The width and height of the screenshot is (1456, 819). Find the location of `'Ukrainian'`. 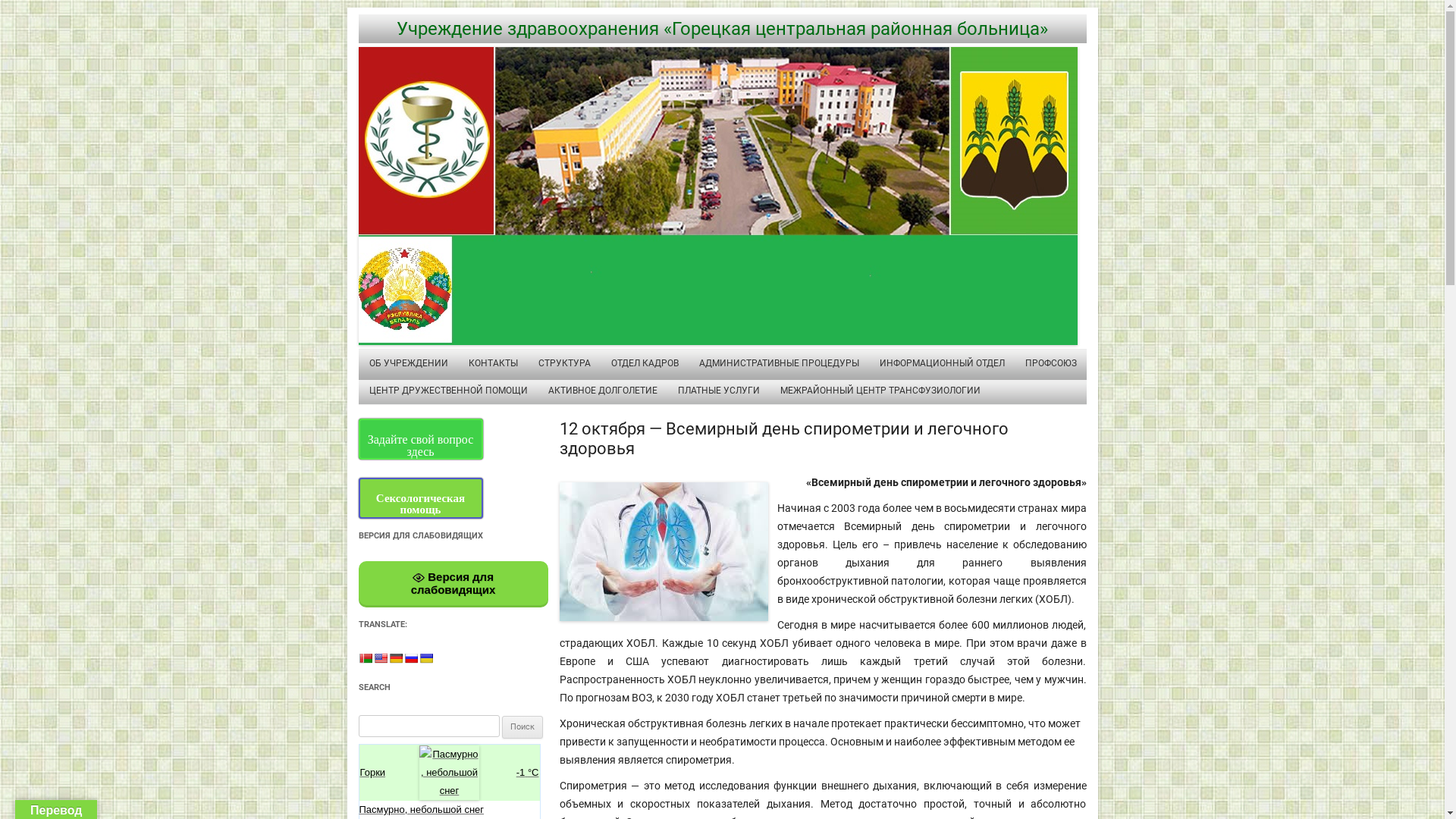

'Ukrainian' is located at coordinates (425, 657).